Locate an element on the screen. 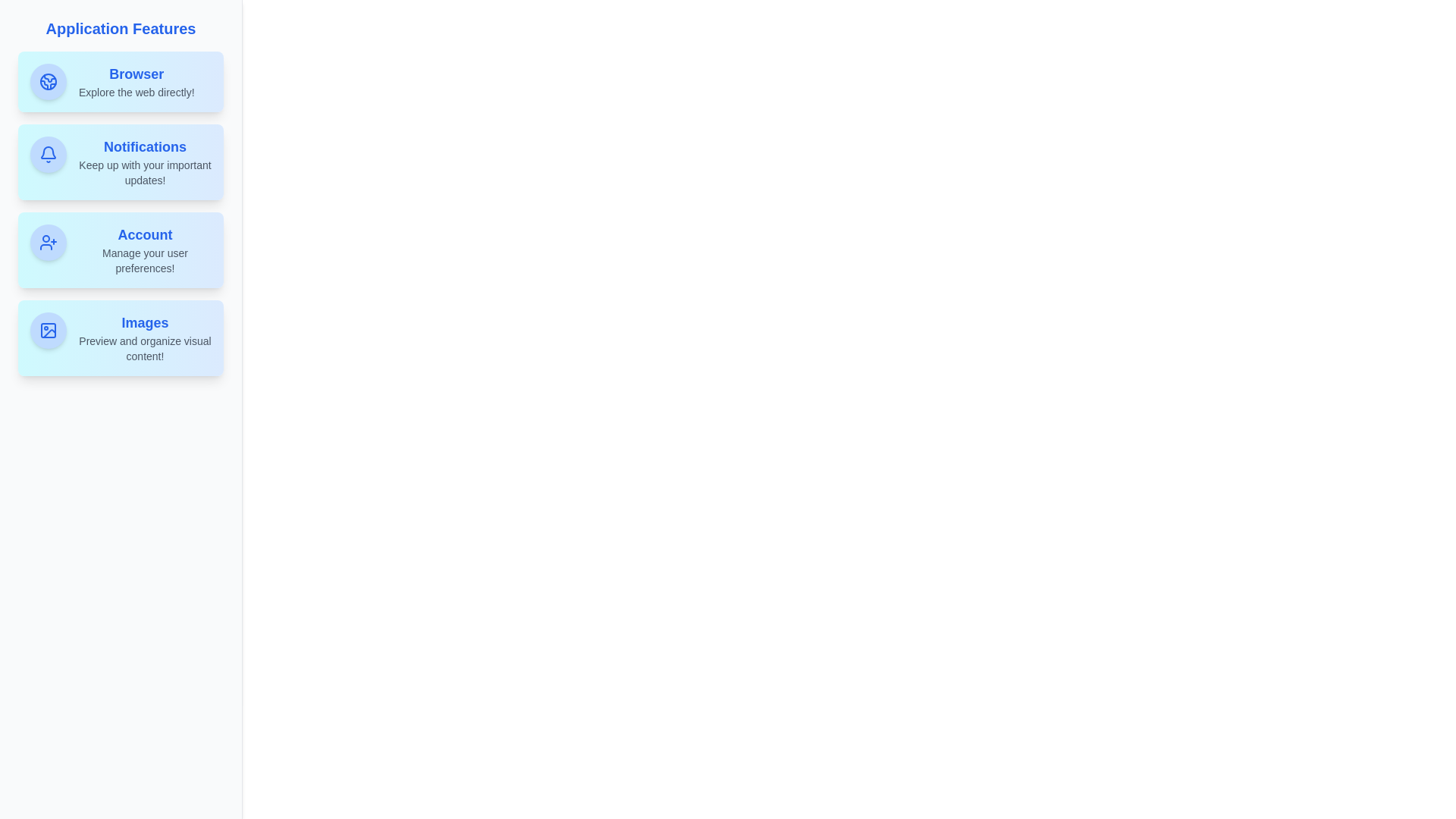 Image resolution: width=1456 pixels, height=819 pixels. the Account feature tile to view its hover effect is located at coordinates (120, 249).